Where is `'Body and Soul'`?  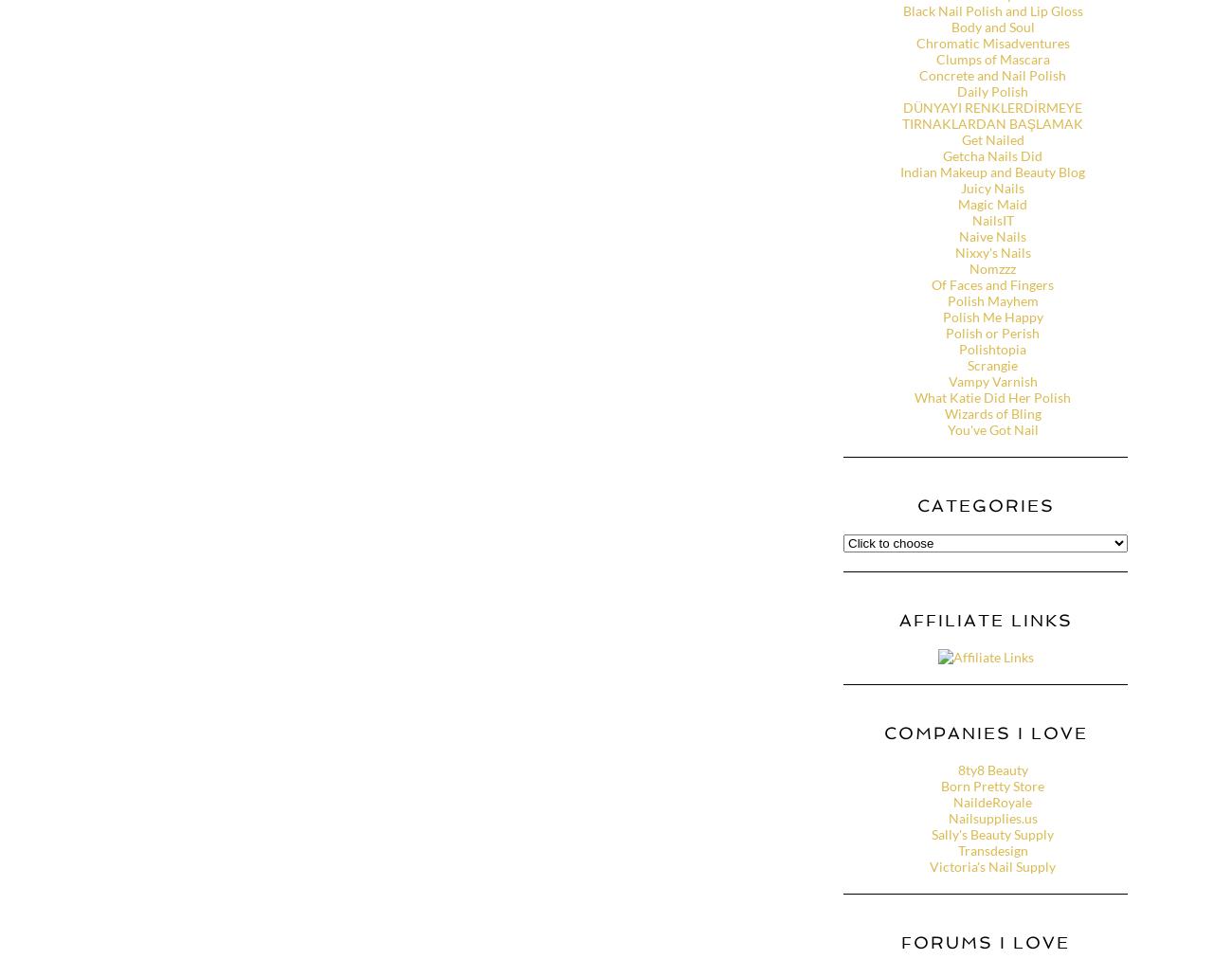 'Body and Soul' is located at coordinates (992, 26).